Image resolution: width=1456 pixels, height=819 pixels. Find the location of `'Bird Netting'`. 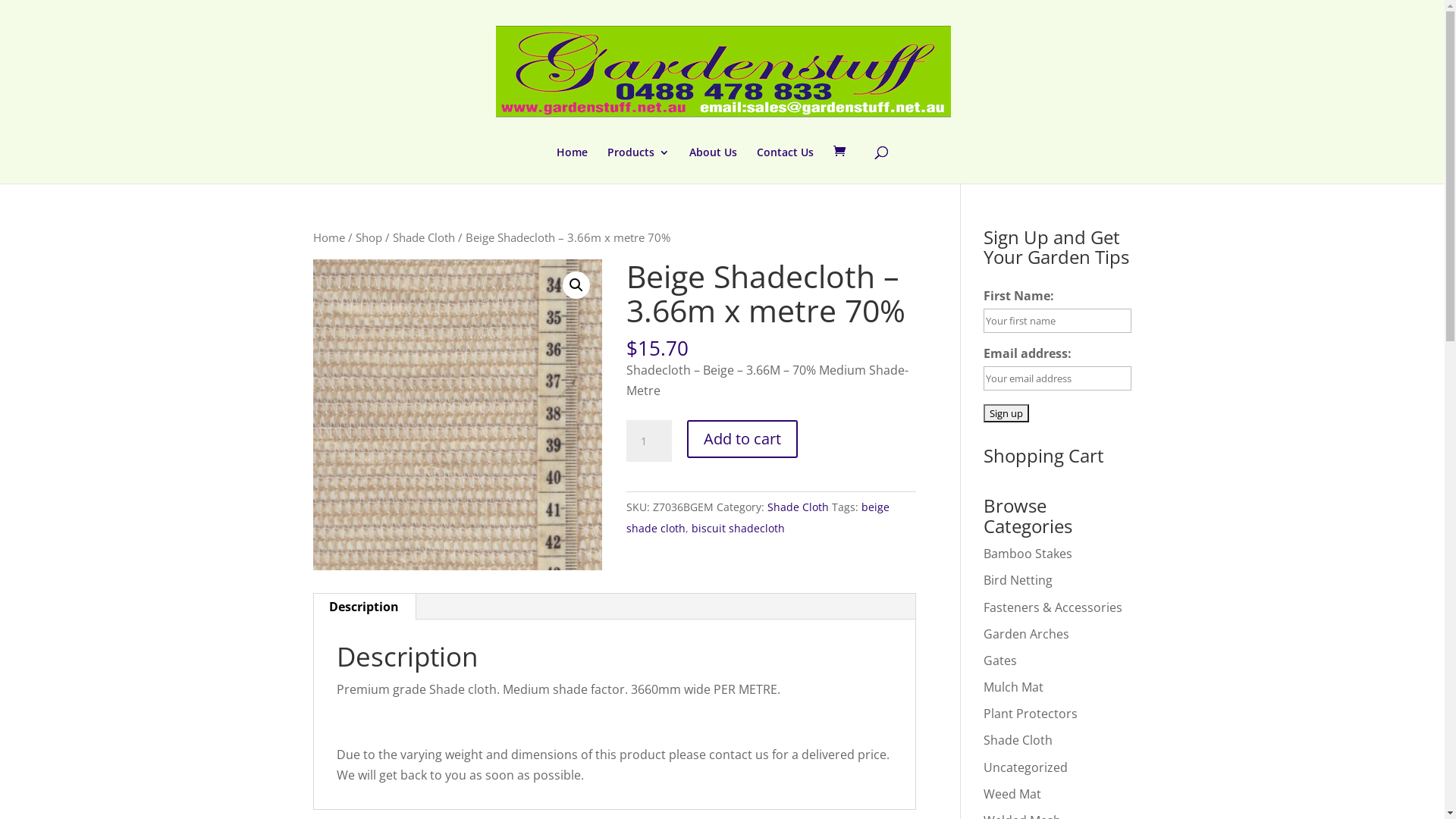

'Bird Netting' is located at coordinates (1018, 579).